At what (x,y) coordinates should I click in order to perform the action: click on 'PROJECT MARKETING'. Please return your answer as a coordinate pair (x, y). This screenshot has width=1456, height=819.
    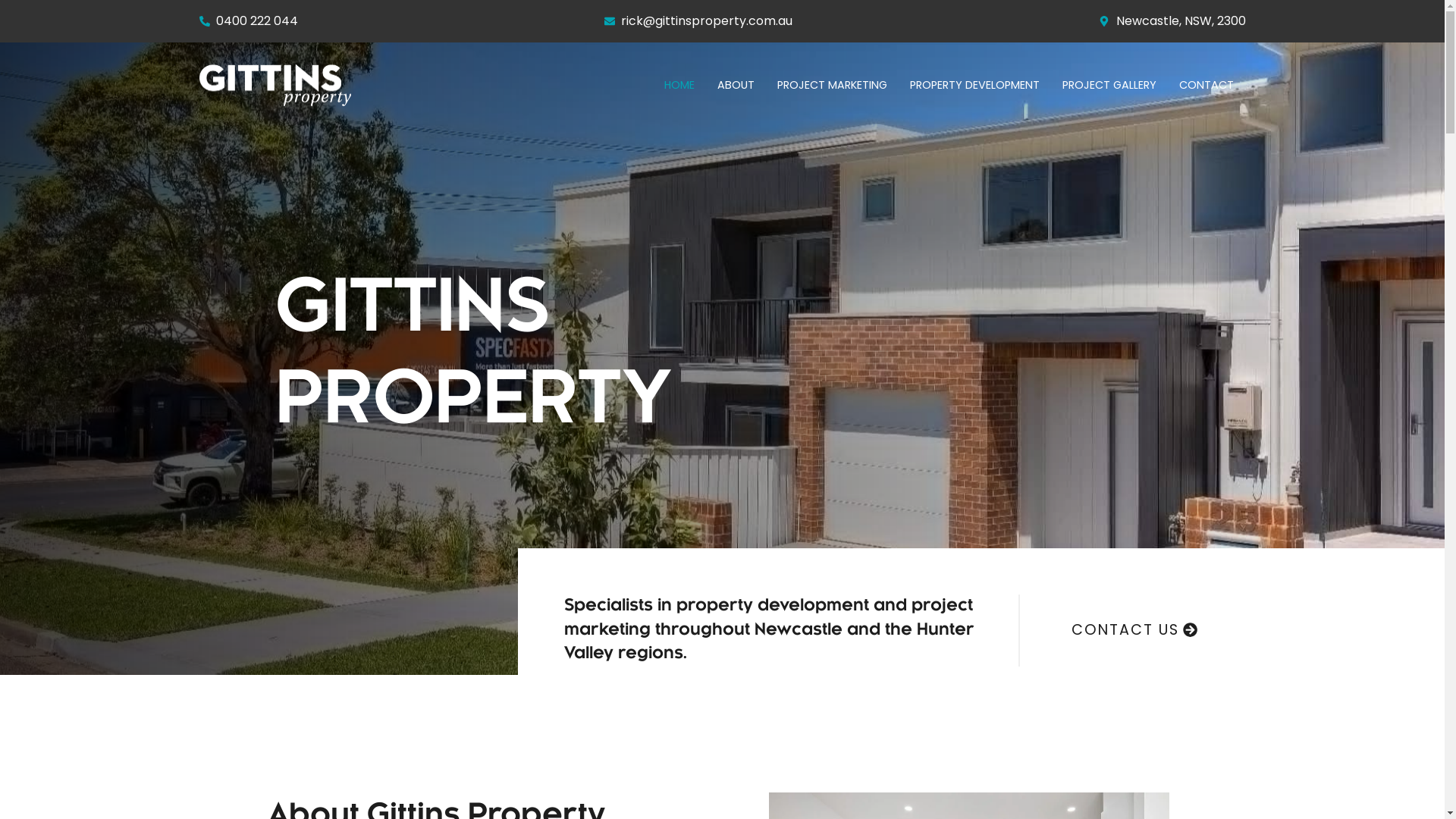
    Looking at the image, I should click on (831, 84).